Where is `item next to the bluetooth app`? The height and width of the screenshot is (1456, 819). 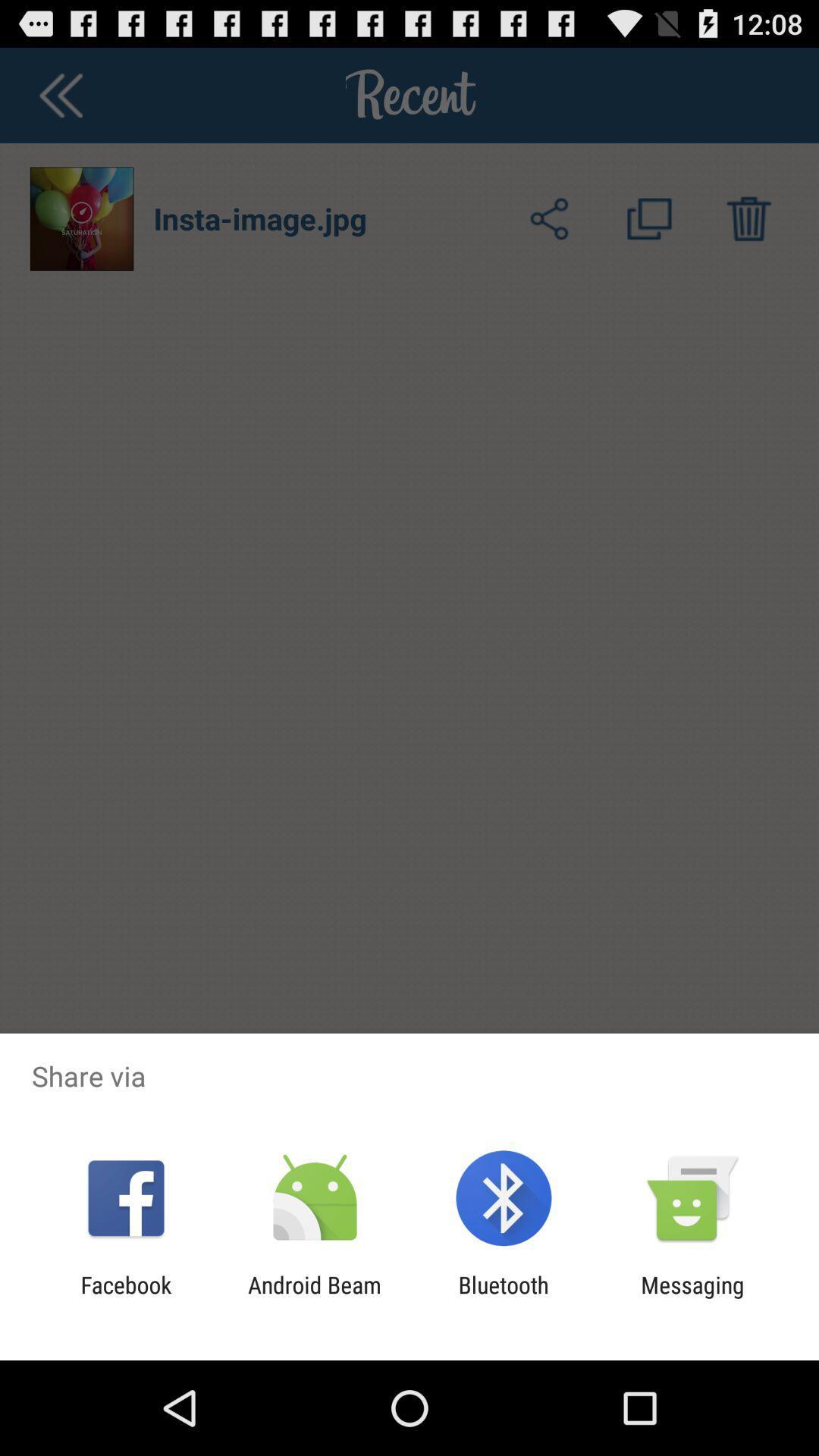
item next to the bluetooth app is located at coordinates (314, 1298).